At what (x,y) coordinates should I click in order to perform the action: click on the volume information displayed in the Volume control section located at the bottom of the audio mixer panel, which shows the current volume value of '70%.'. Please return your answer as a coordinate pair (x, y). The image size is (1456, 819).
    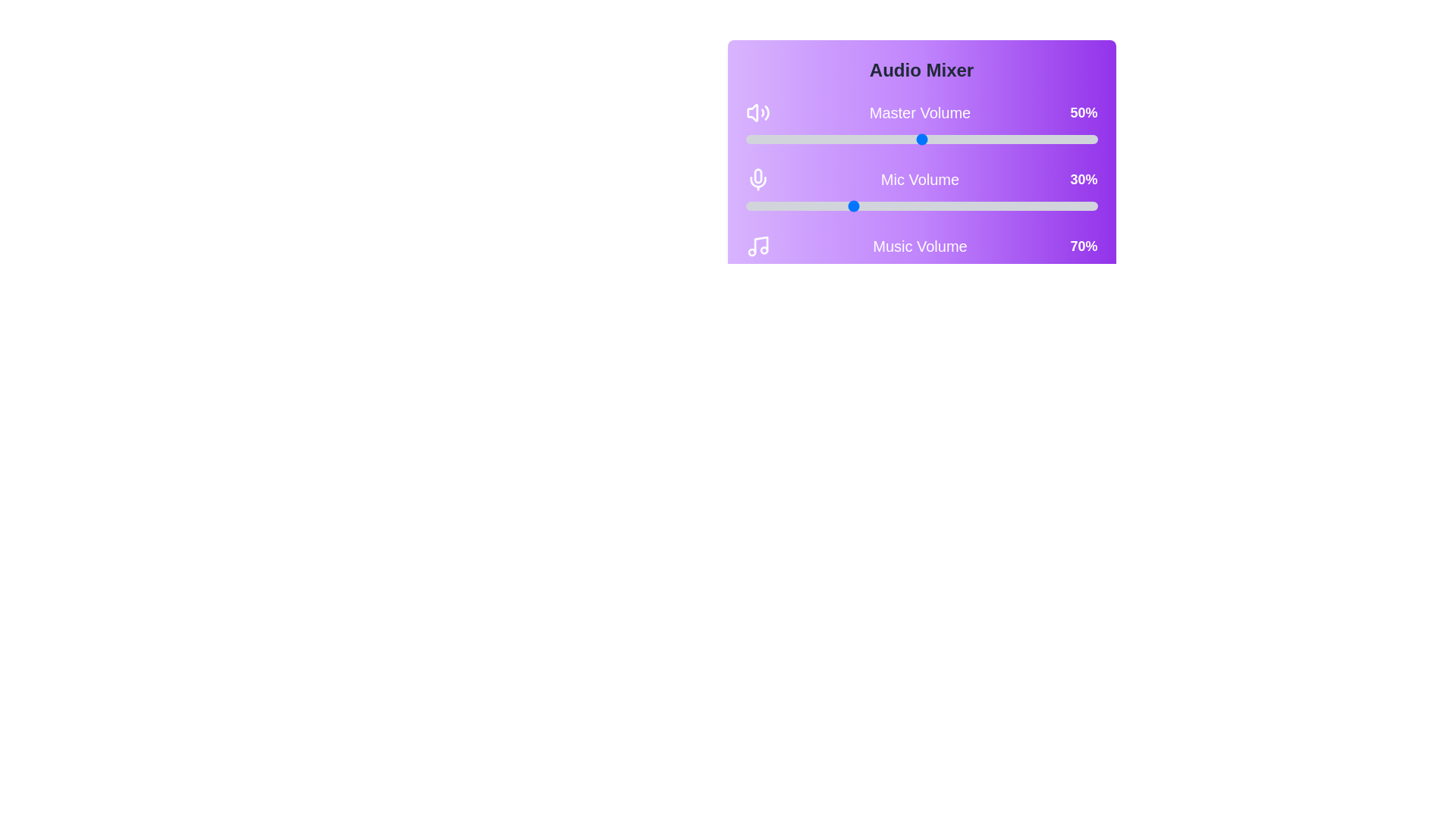
    Looking at the image, I should click on (921, 257).